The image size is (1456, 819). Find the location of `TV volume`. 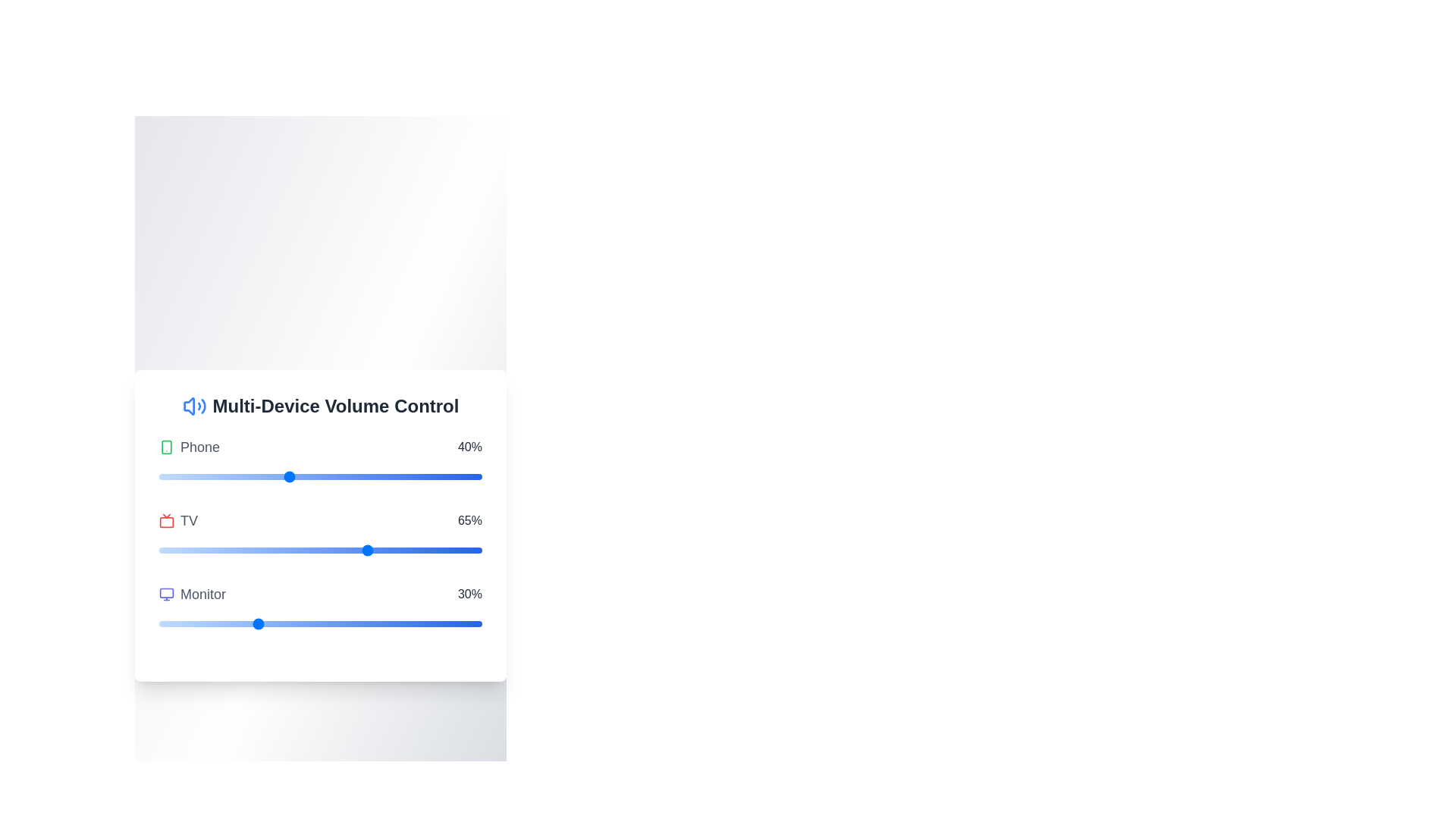

TV volume is located at coordinates (246, 550).